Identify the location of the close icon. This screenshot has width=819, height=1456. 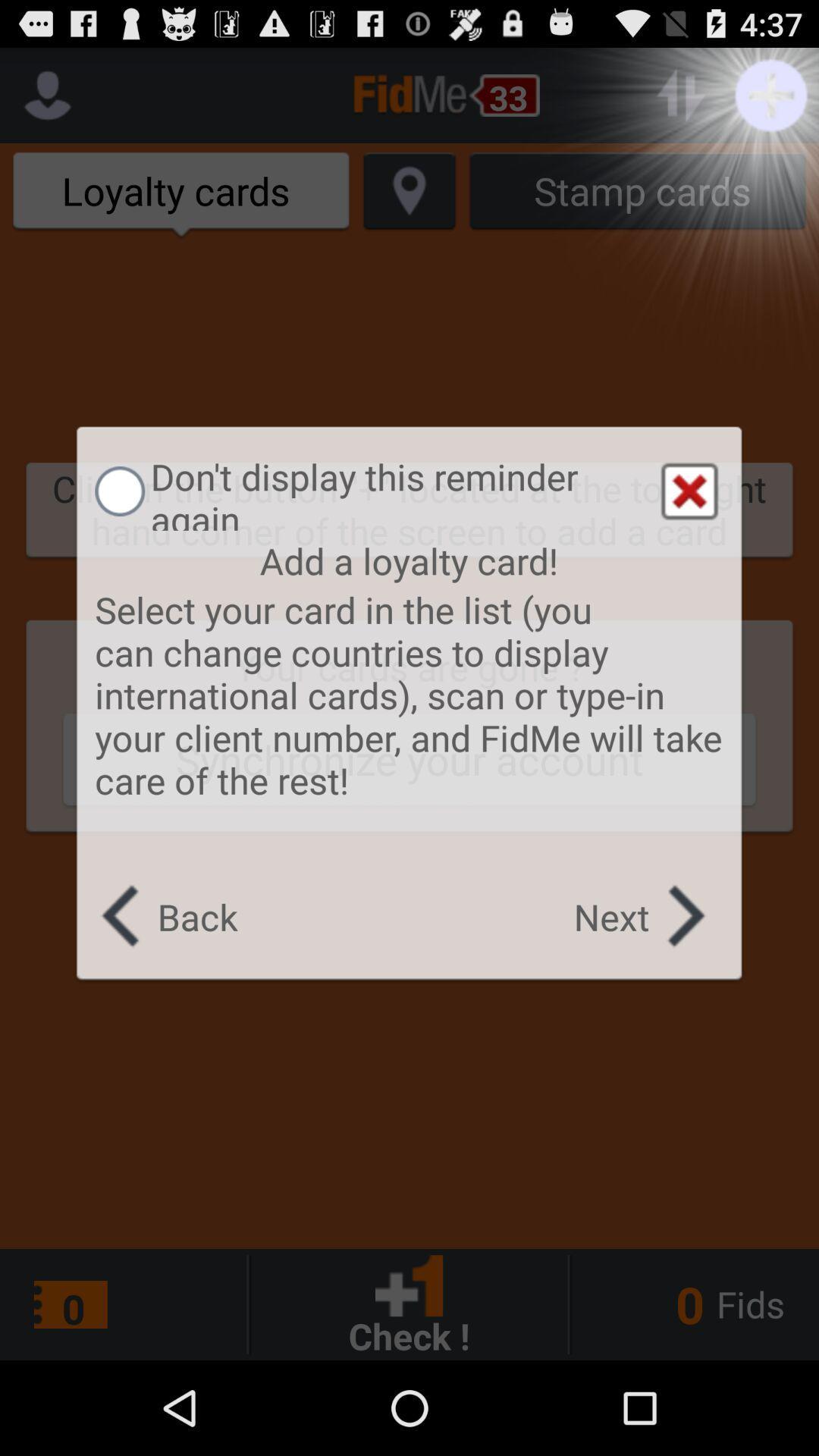
(689, 526).